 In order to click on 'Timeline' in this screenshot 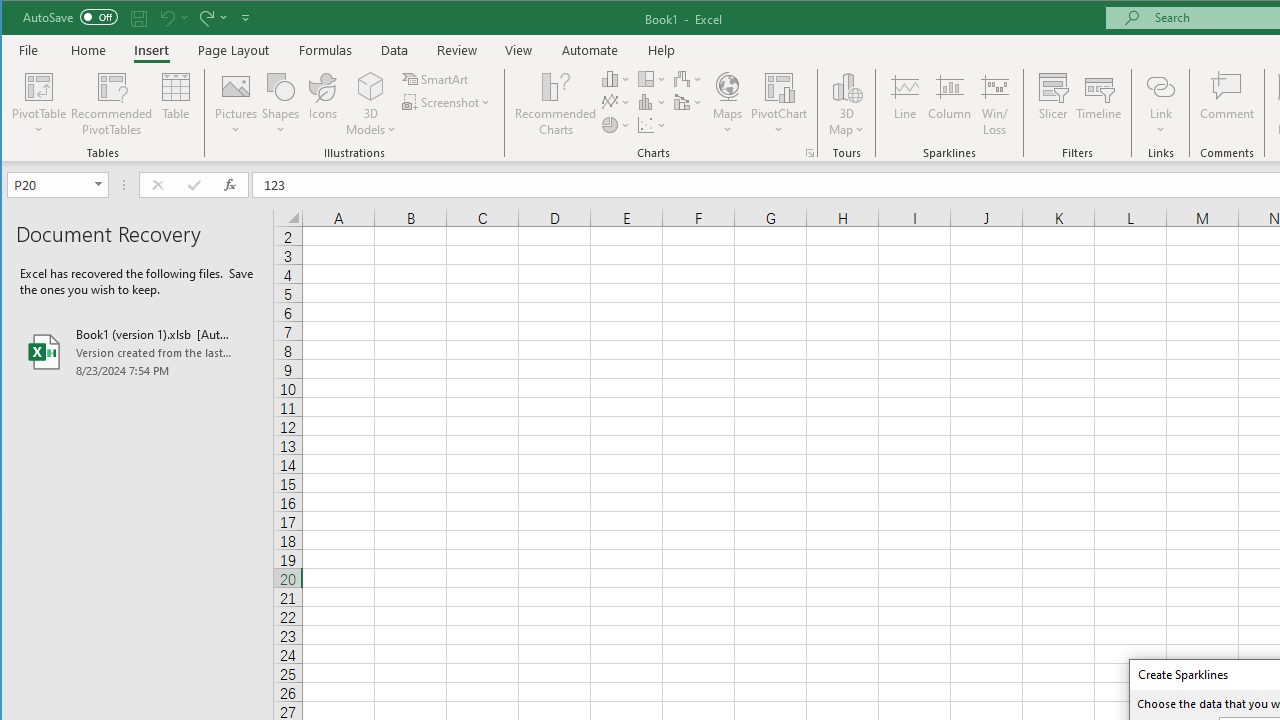, I will do `click(1097, 104)`.